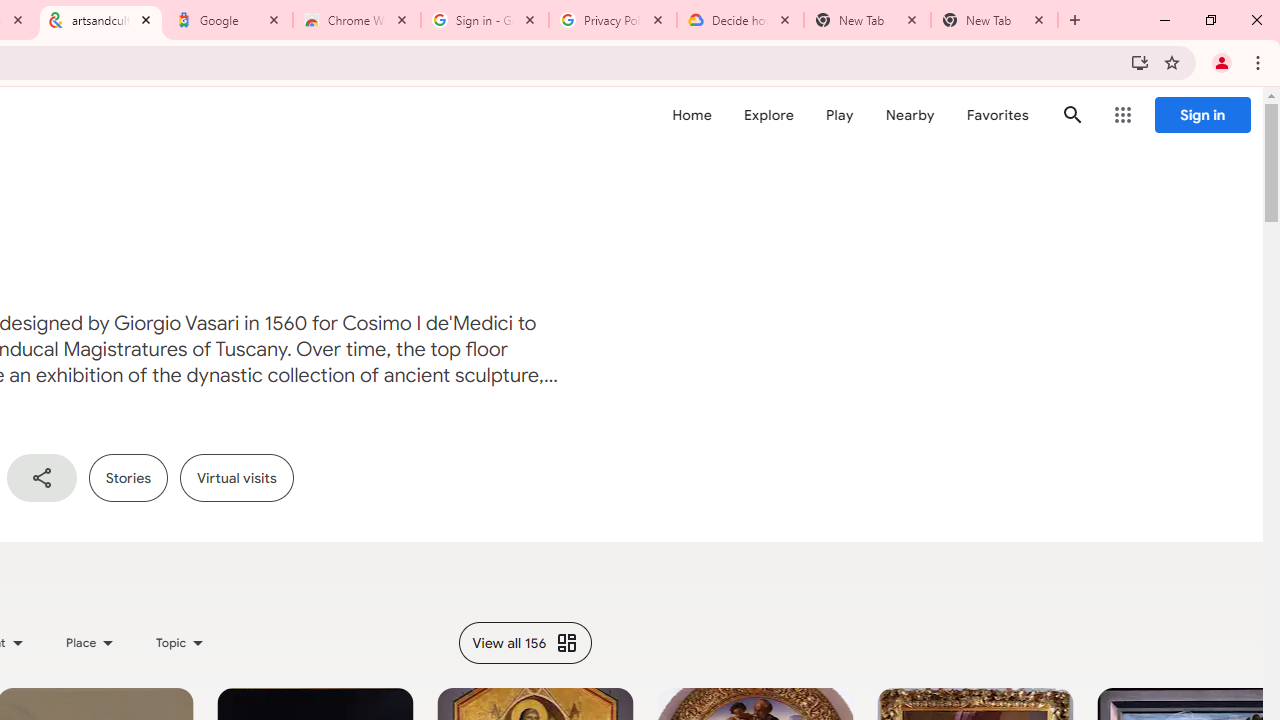  Describe the element at coordinates (994, 20) in the screenshot. I see `'New Tab'` at that location.